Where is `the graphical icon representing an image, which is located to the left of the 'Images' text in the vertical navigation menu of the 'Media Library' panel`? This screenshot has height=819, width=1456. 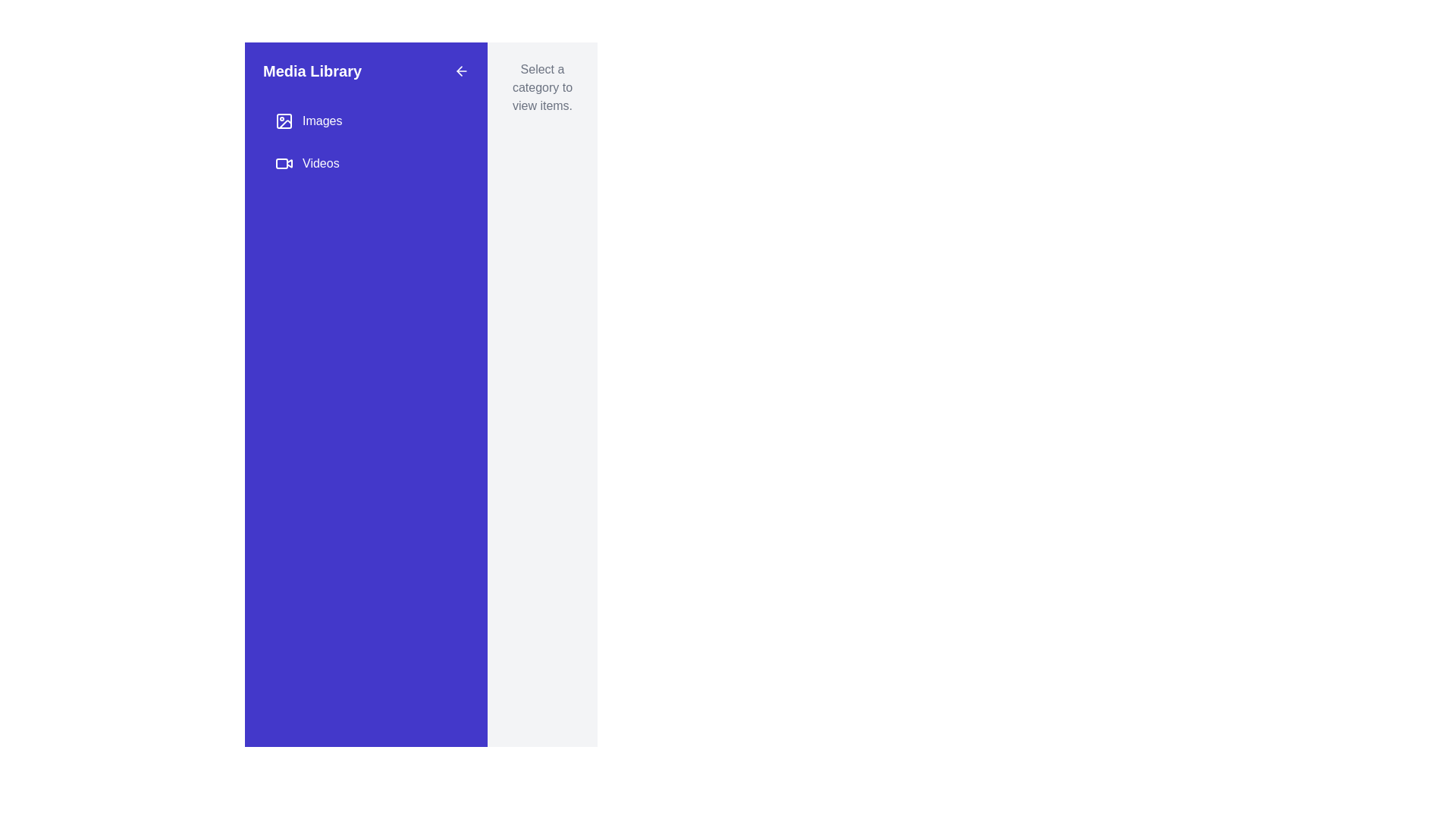
the graphical icon representing an image, which is located to the left of the 'Images' text in the vertical navigation menu of the 'Media Library' panel is located at coordinates (284, 120).